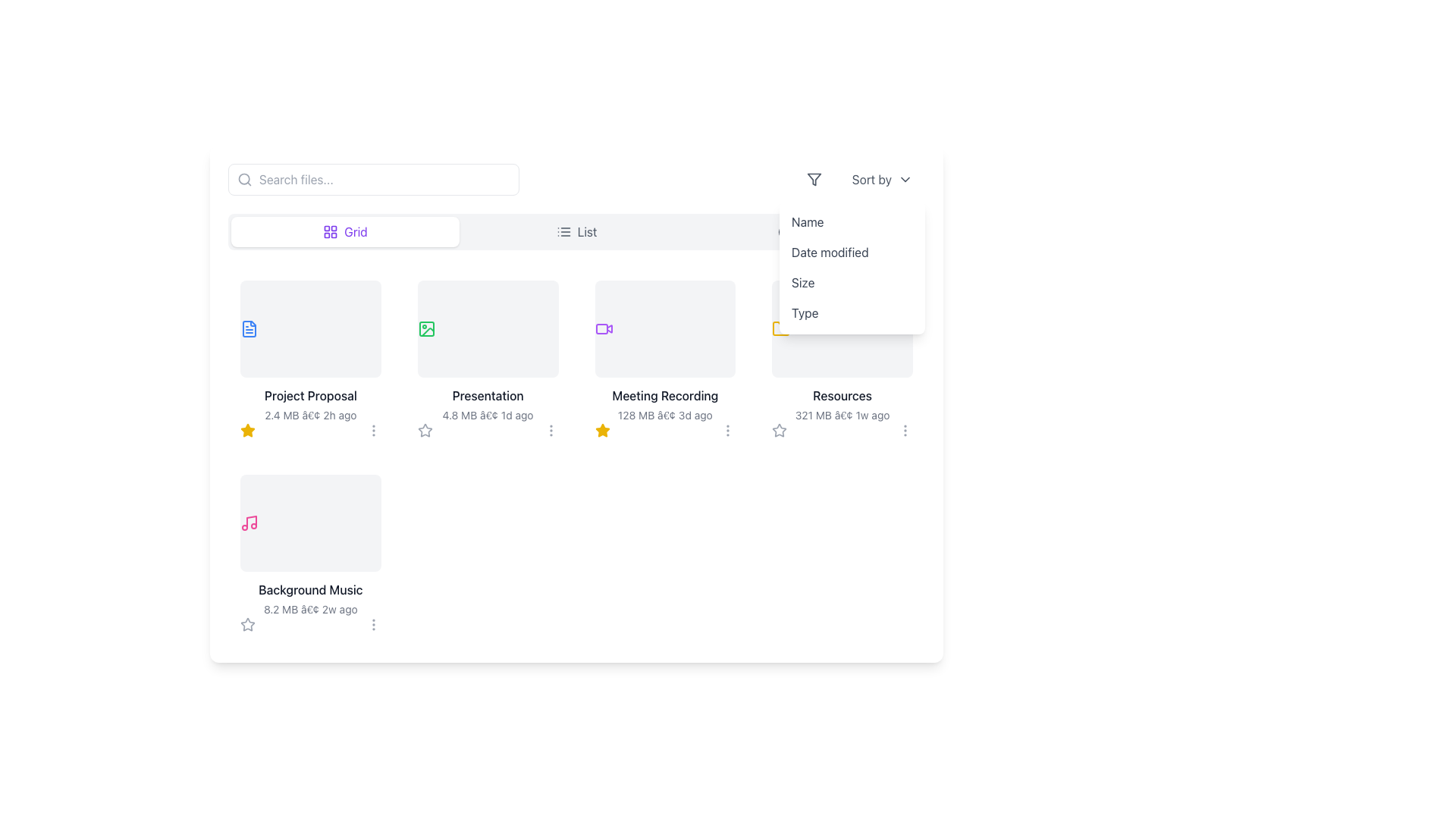 The image size is (1456, 819). I want to click on the Text label for switching to the List view layout, located in the top horizontal bar, right of the 'Grid' option and left of the 'Sort by' dropdown menu, so click(586, 231).